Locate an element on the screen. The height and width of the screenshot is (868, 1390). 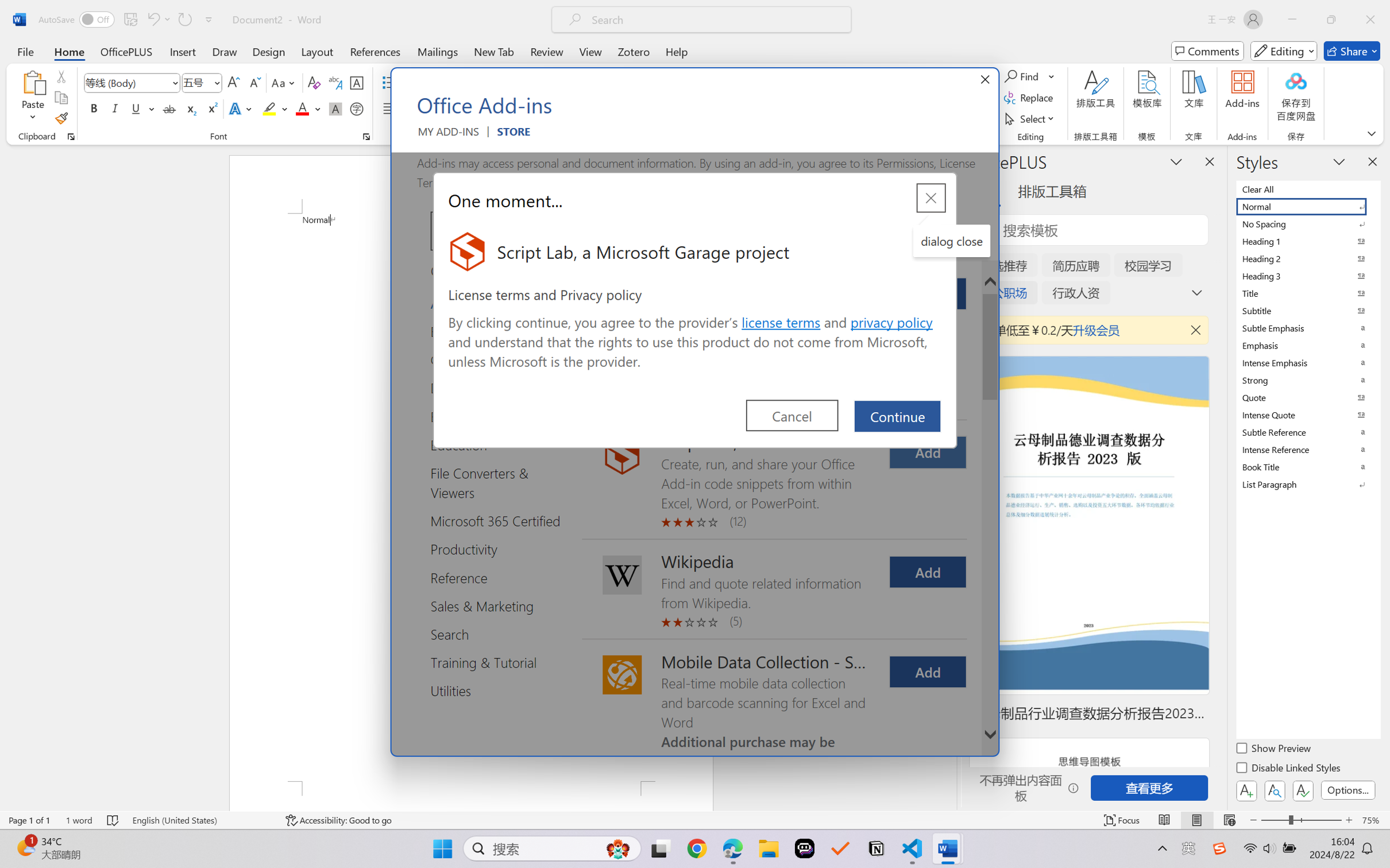
'Character Shading' is located at coordinates (334, 108).